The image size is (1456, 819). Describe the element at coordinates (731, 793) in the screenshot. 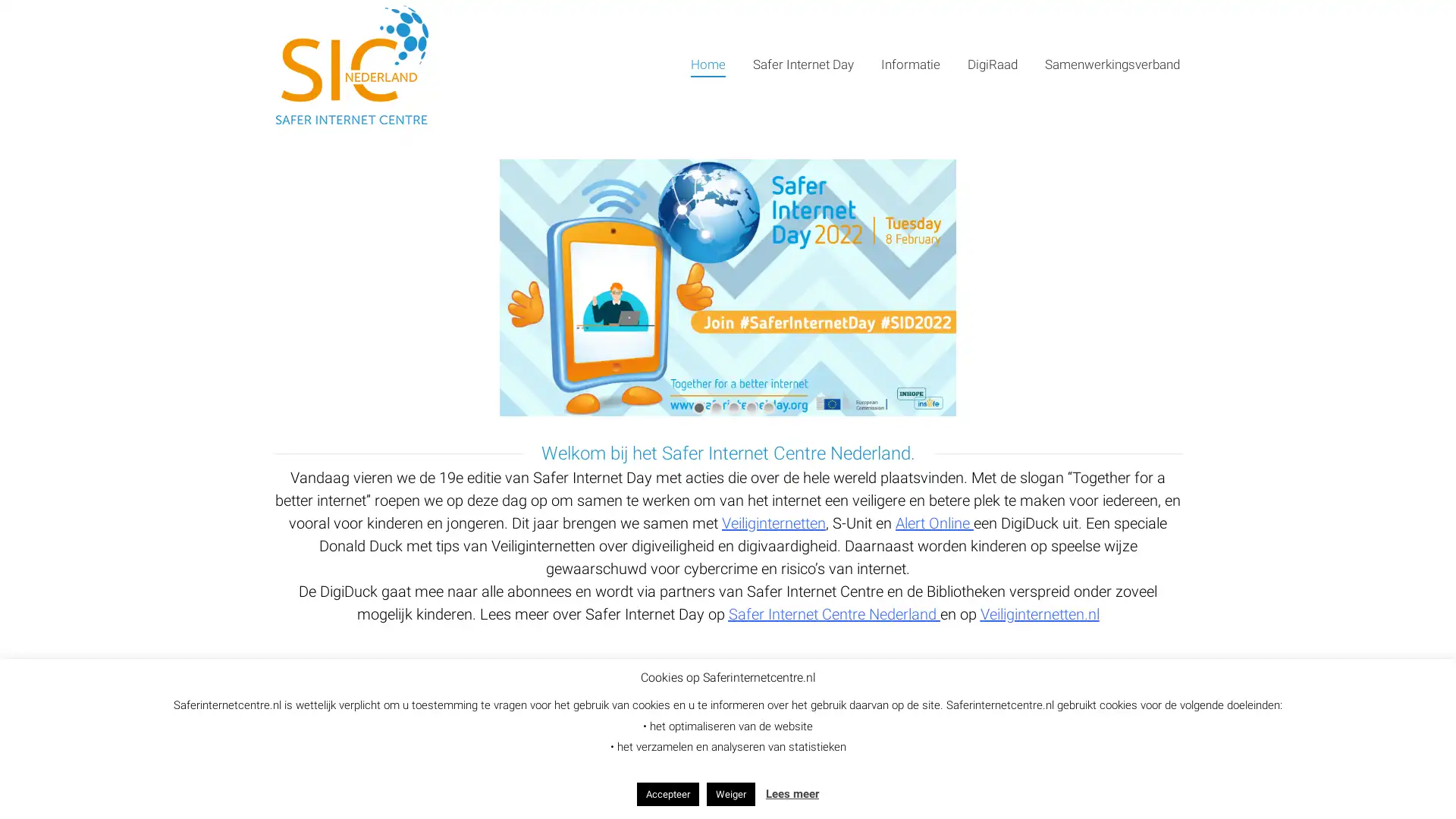

I see `Weiger` at that location.